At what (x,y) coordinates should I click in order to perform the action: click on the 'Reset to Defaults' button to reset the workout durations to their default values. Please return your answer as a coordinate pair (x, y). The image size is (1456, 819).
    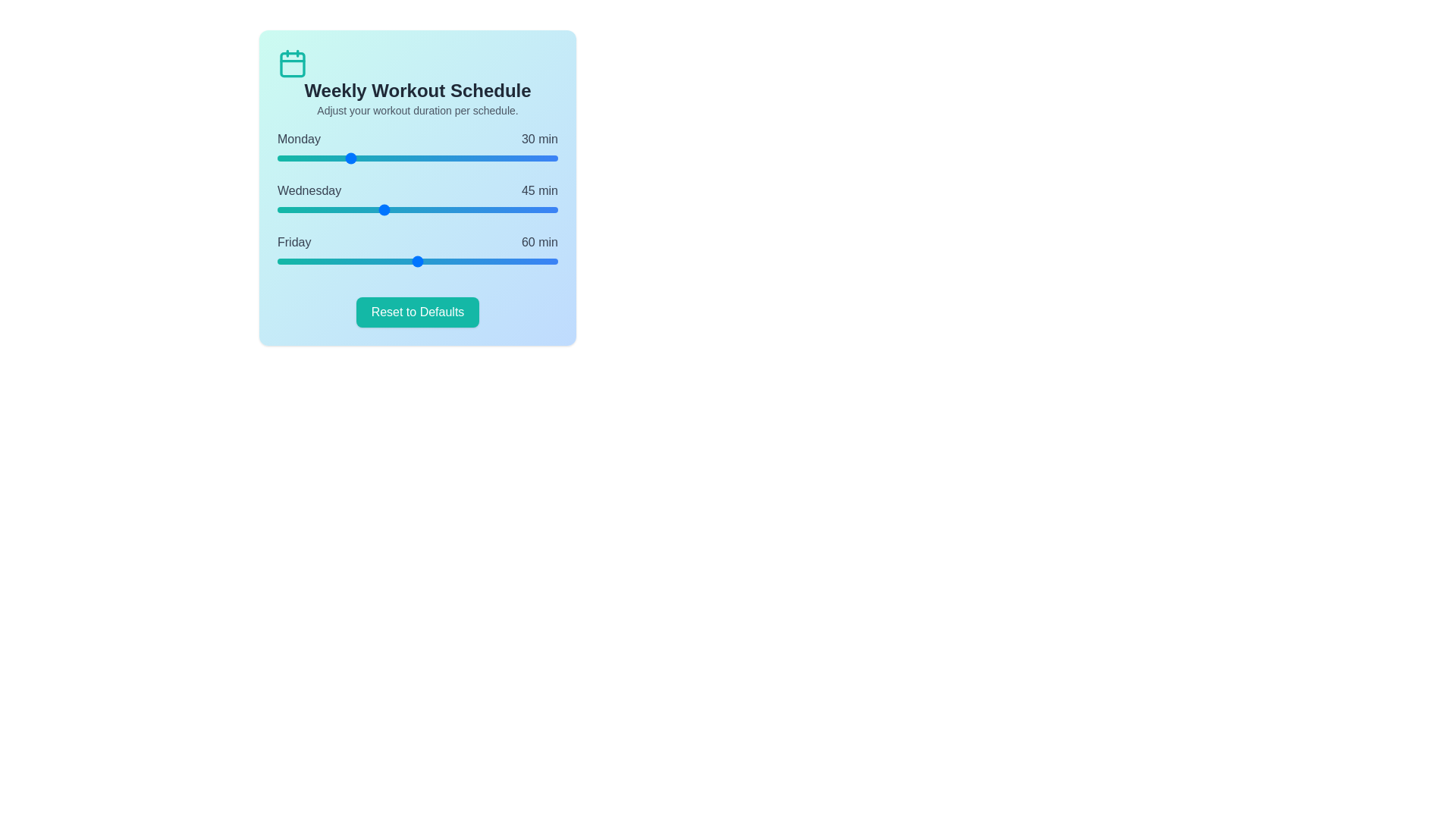
    Looking at the image, I should click on (417, 312).